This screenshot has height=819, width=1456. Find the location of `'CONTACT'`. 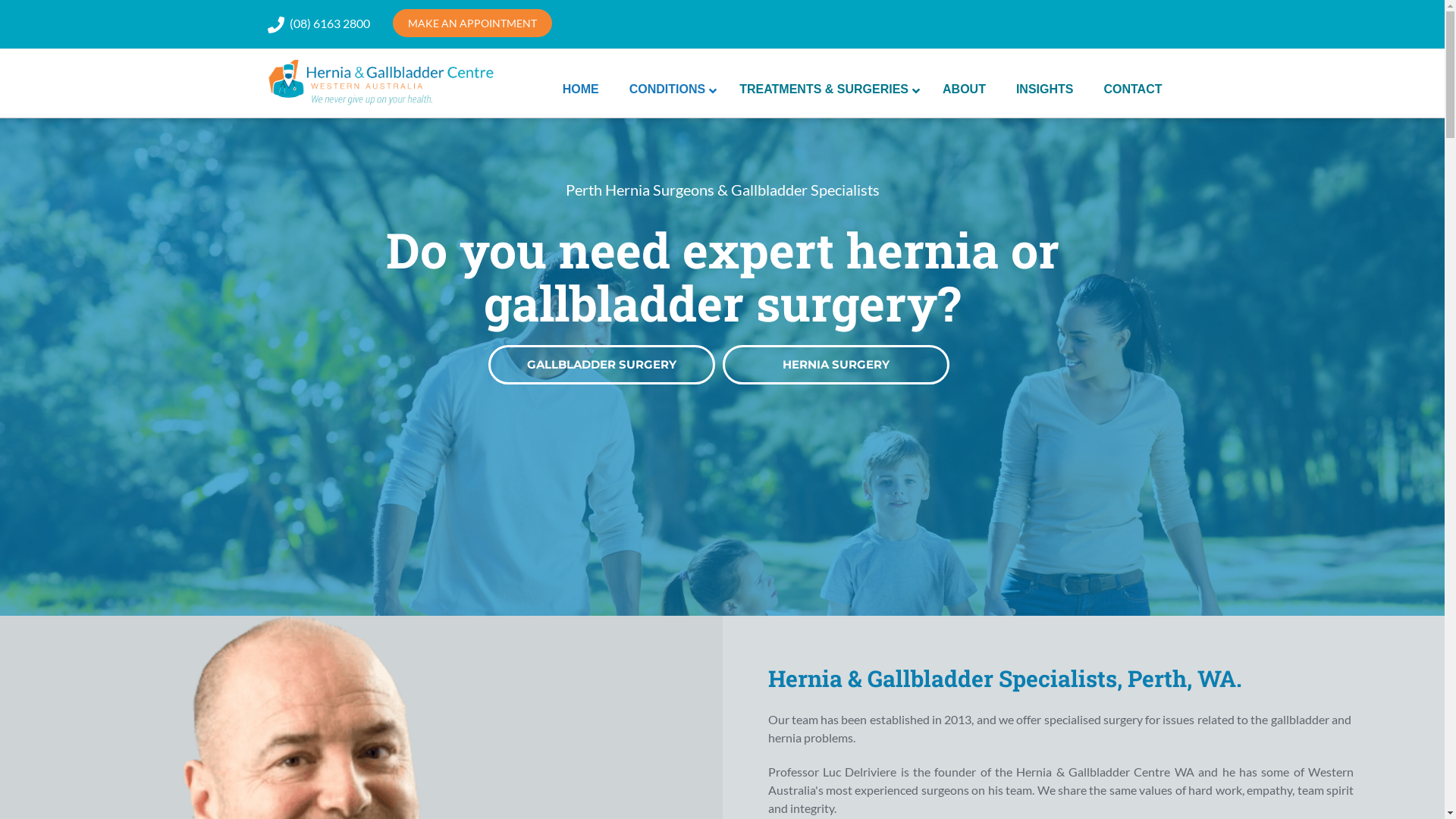

'CONTACT' is located at coordinates (1132, 89).